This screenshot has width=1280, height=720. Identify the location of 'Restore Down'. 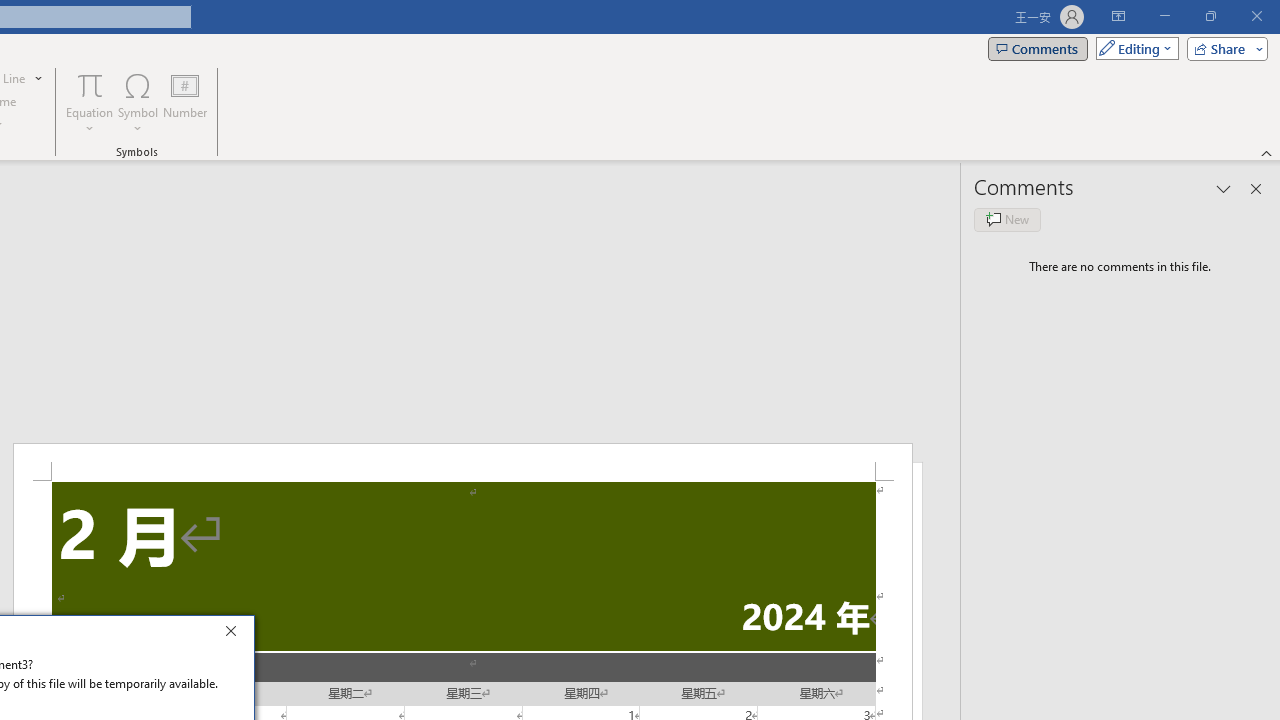
(1209, 16).